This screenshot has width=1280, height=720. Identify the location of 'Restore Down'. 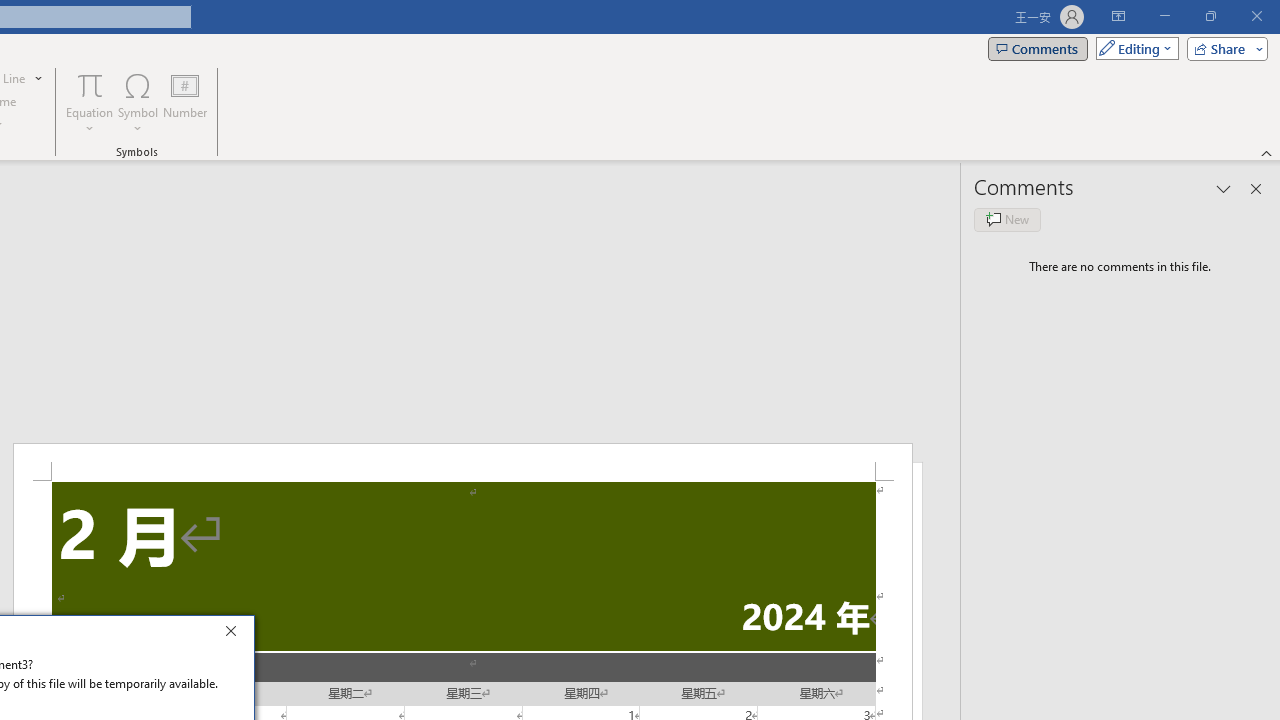
(1209, 16).